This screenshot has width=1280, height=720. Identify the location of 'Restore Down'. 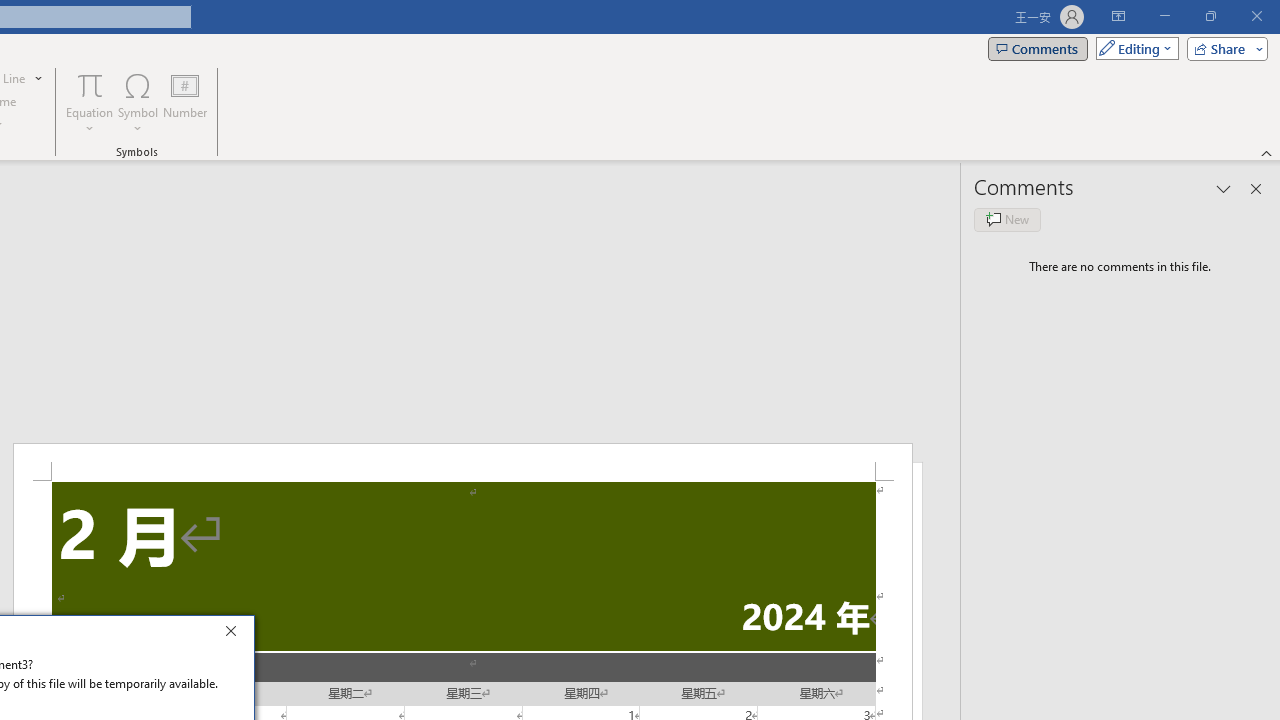
(1209, 16).